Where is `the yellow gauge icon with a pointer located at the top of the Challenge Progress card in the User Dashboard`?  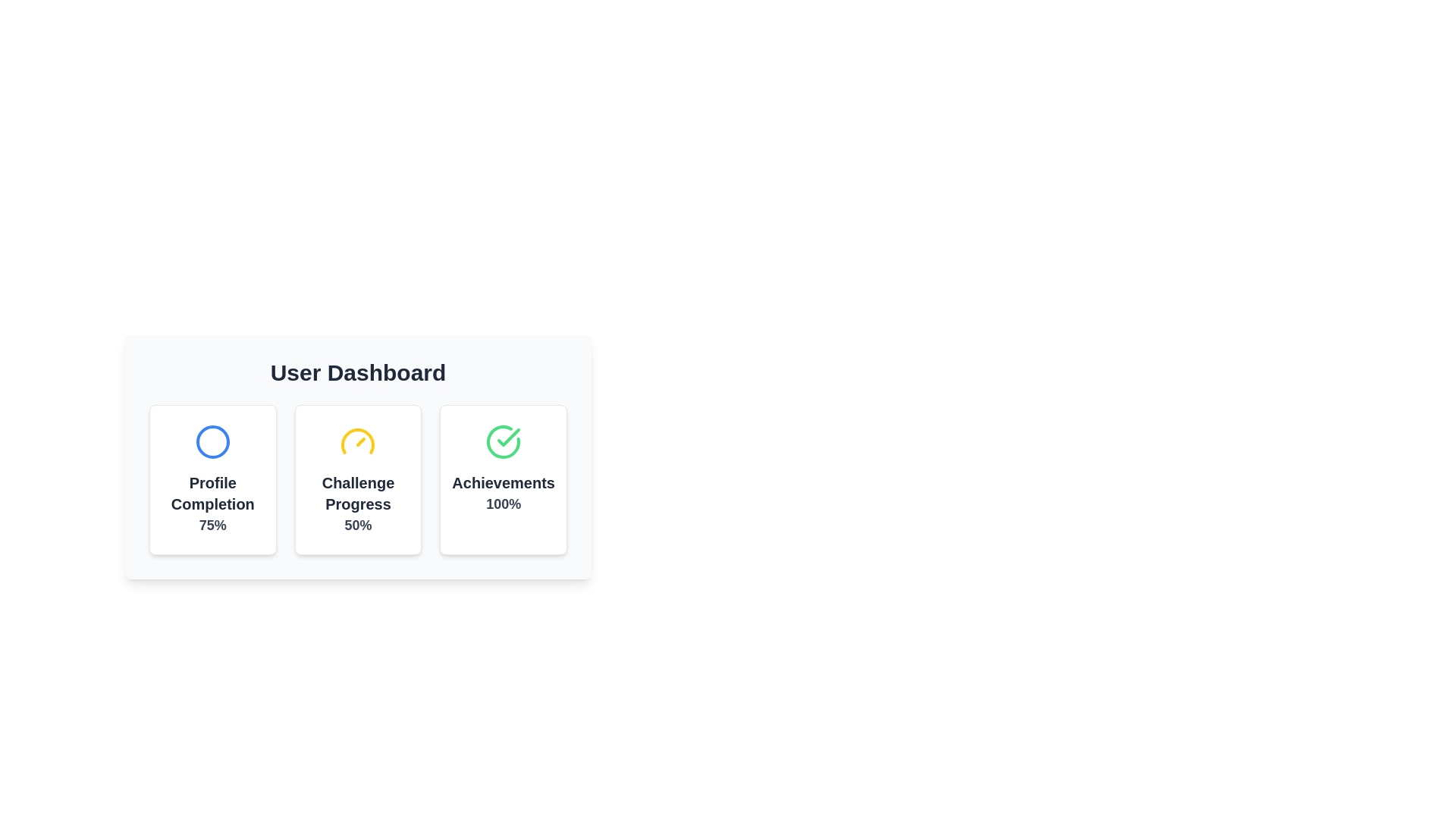
the yellow gauge icon with a pointer located at the top of the Challenge Progress card in the User Dashboard is located at coordinates (357, 441).